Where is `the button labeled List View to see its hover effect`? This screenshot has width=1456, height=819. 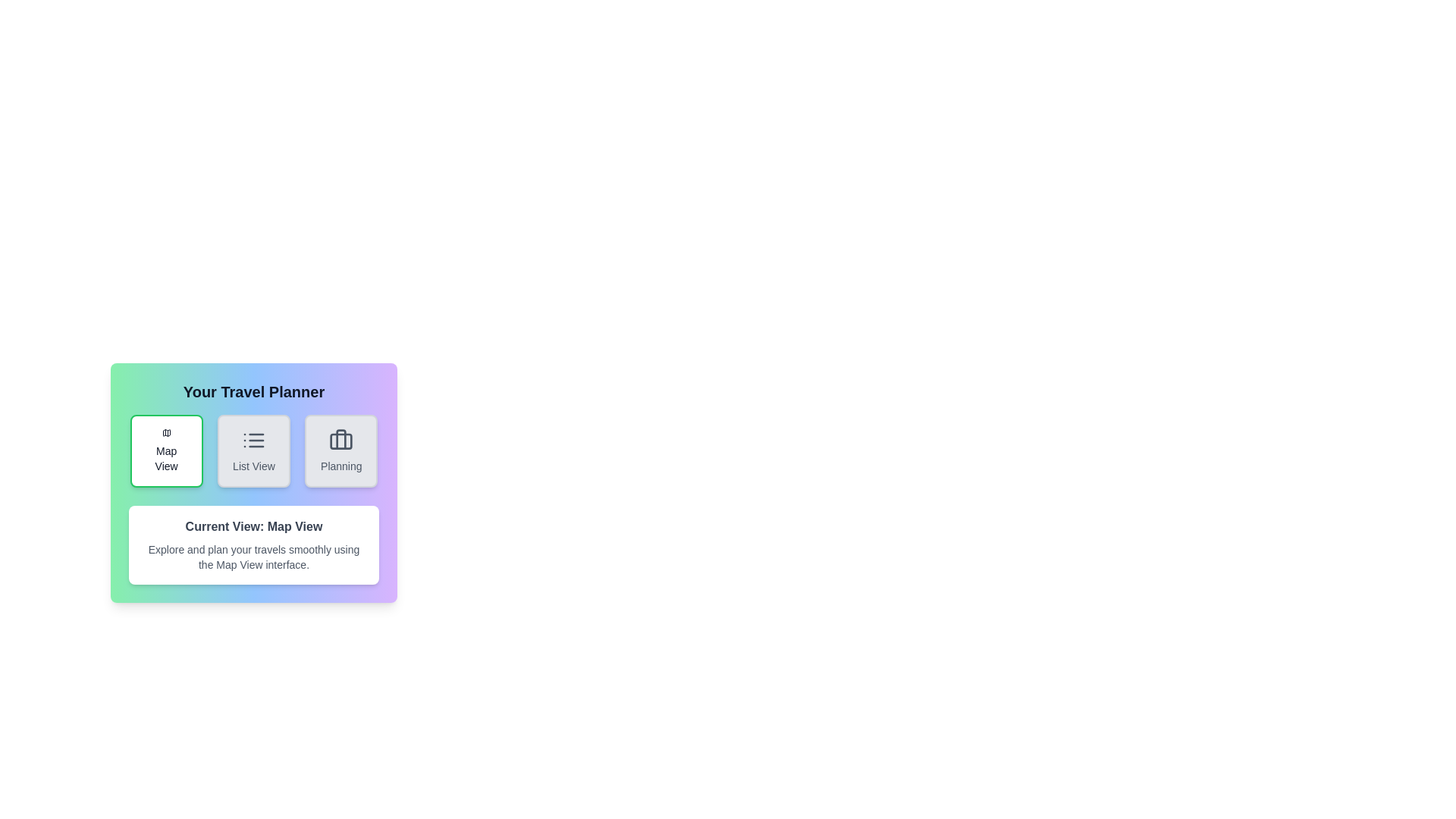
the button labeled List View to see its hover effect is located at coordinates (254, 450).